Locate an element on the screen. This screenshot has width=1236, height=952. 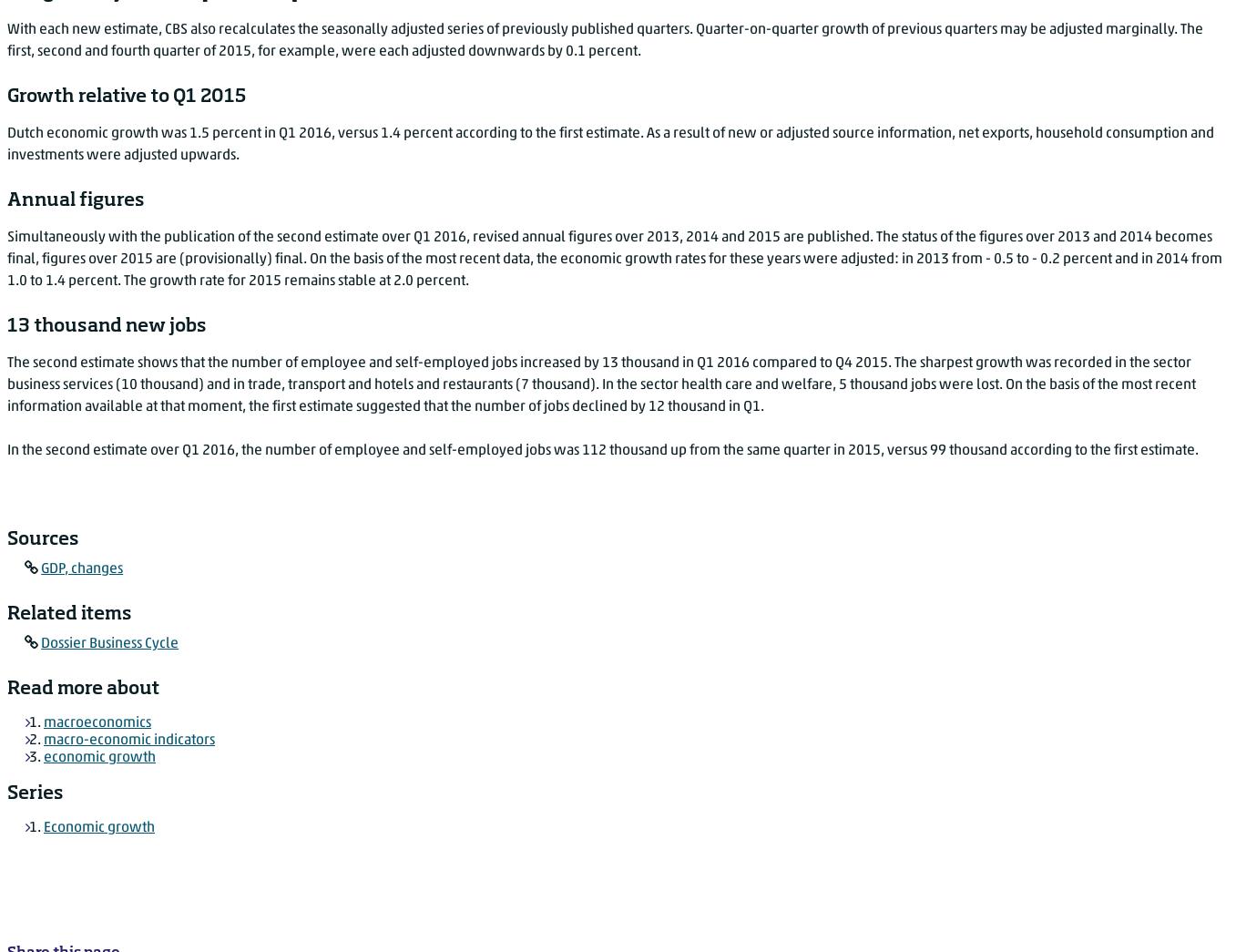
'- 0.2 percent' is located at coordinates (1071, 258).